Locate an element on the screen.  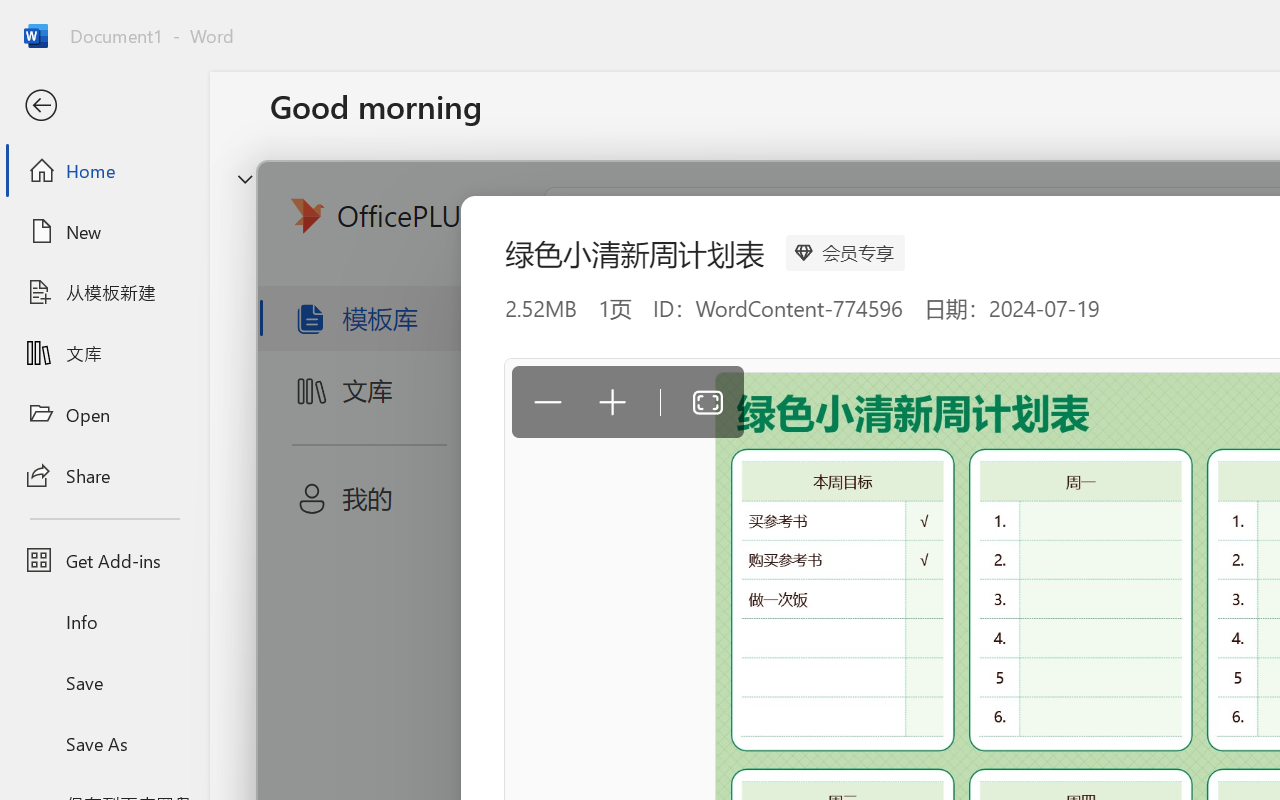
'Back' is located at coordinates (103, 105).